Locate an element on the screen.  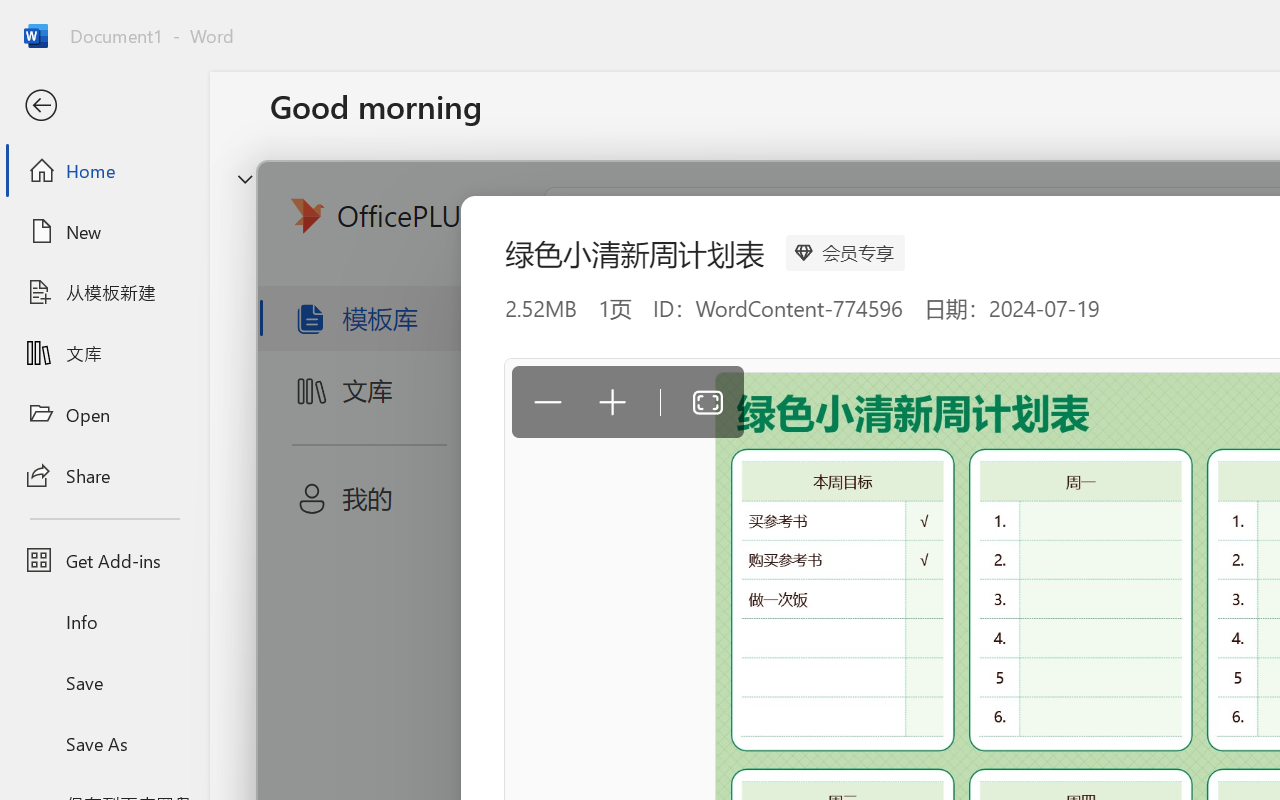
'Back' is located at coordinates (103, 105).